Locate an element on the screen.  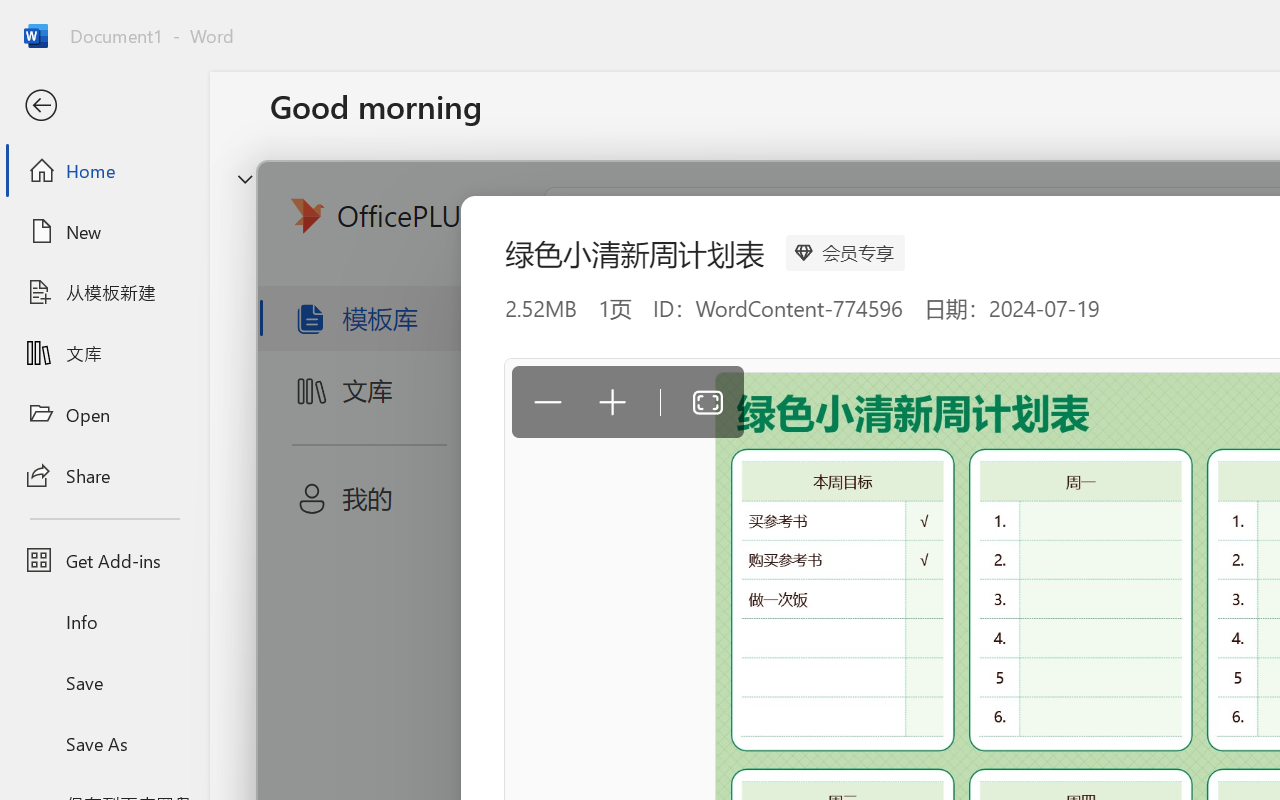
'Back' is located at coordinates (103, 105).